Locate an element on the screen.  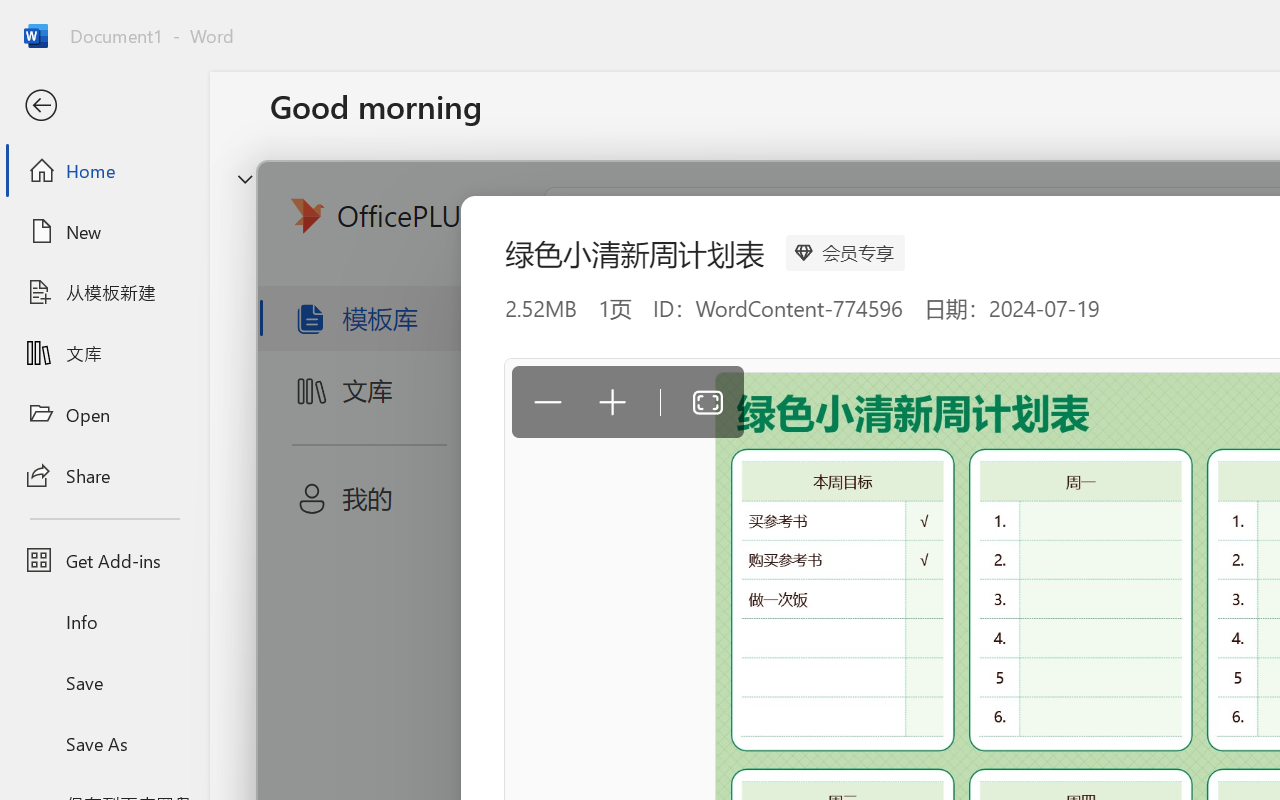
'Back' is located at coordinates (103, 105).